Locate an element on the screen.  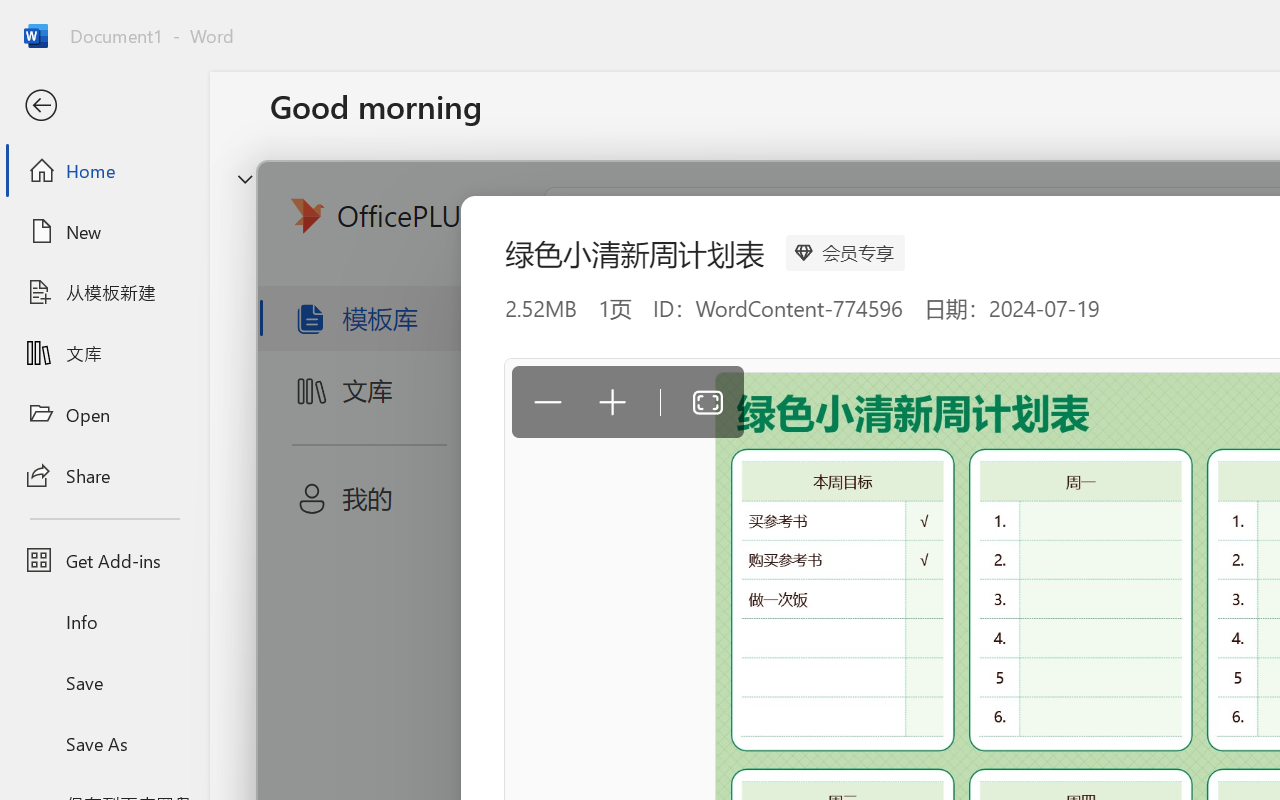
'Back' is located at coordinates (103, 105).